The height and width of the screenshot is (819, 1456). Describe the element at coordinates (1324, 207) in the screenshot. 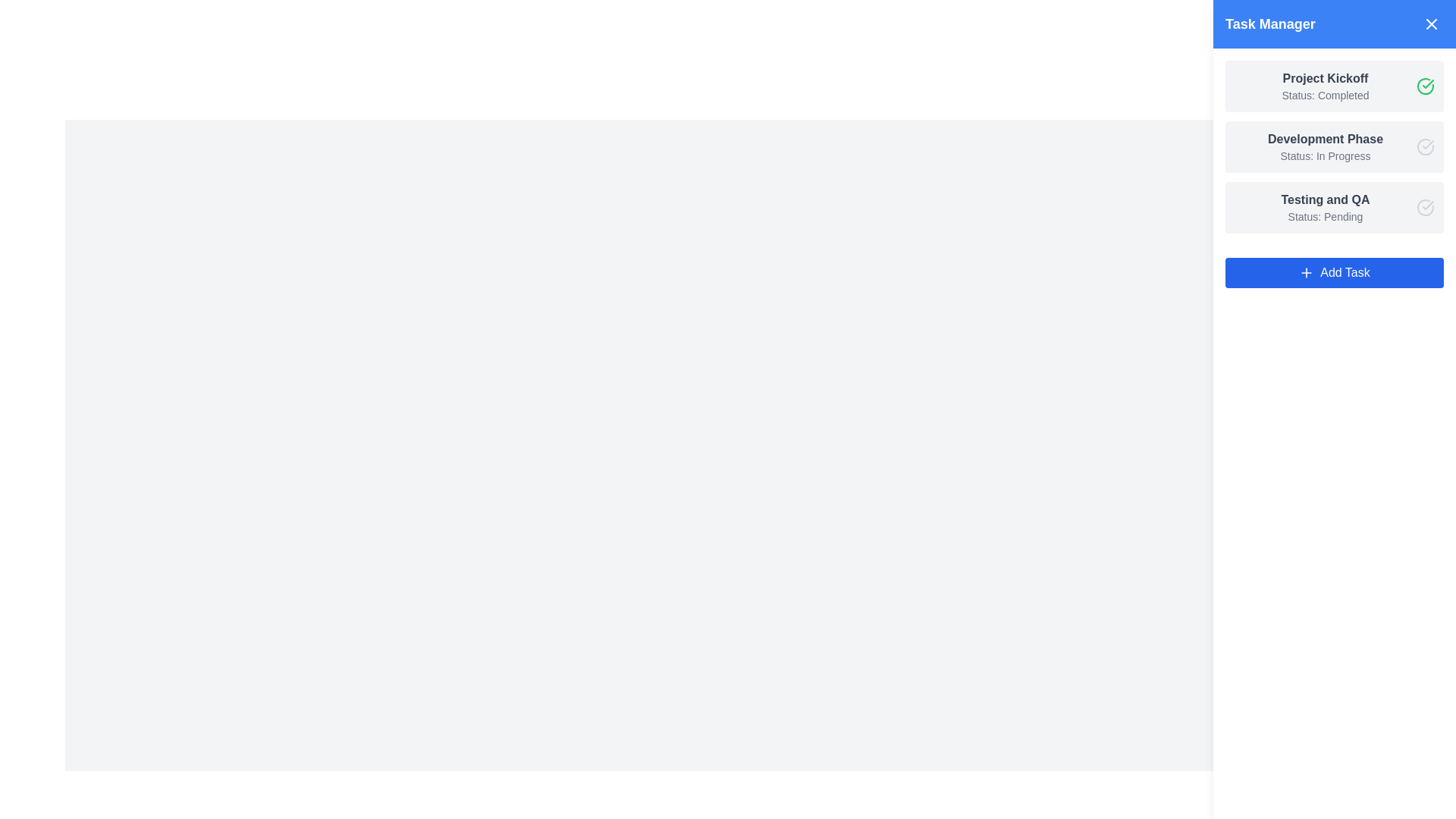

I see `label displaying 'Testing and QA' in bold and 'Status: Pending' below it, located in the right-side panel titled 'Task Manager', between 'Development Phase' and the '+ Add Task' button` at that location.